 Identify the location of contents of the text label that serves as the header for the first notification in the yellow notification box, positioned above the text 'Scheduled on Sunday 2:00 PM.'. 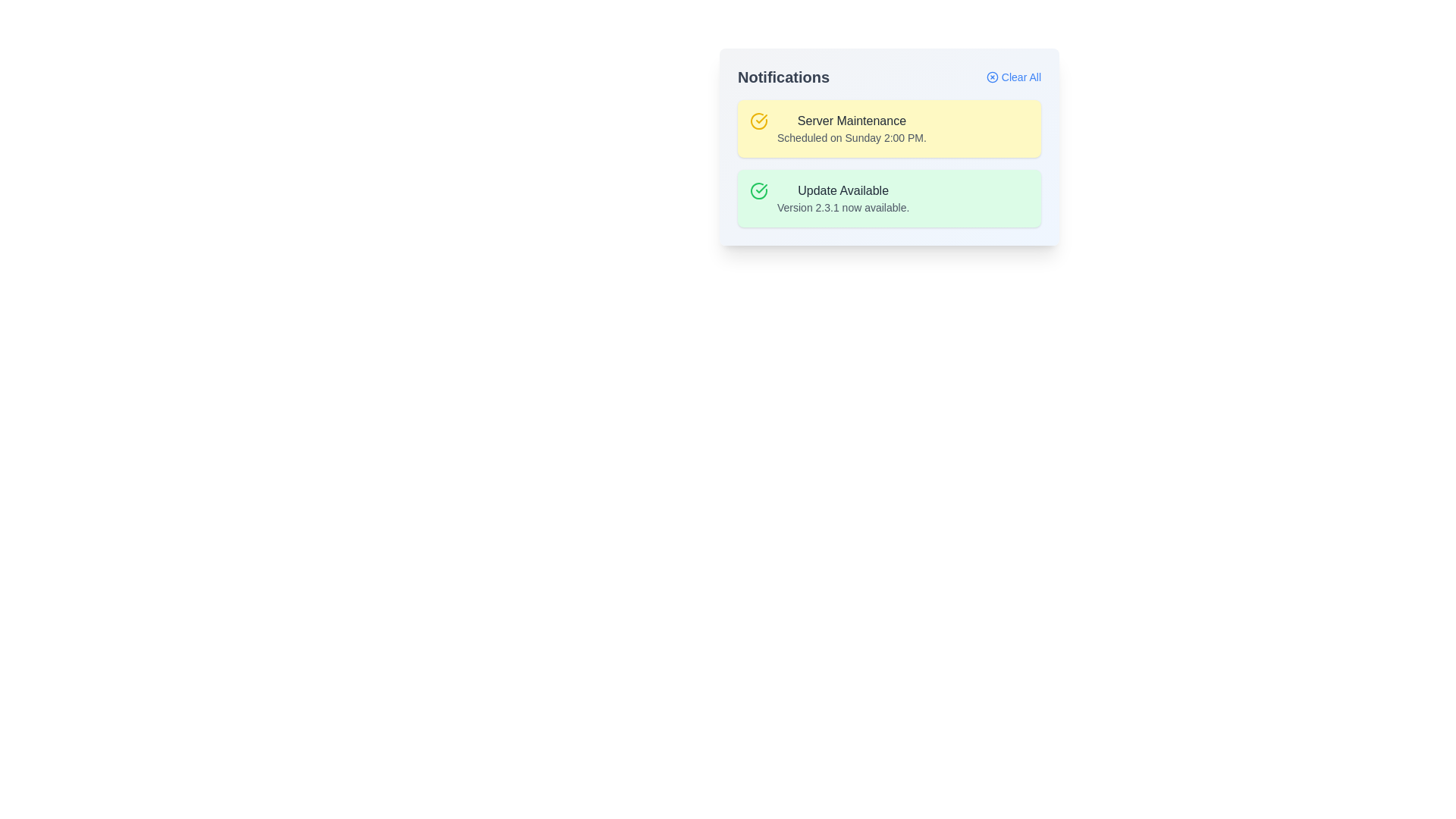
(852, 120).